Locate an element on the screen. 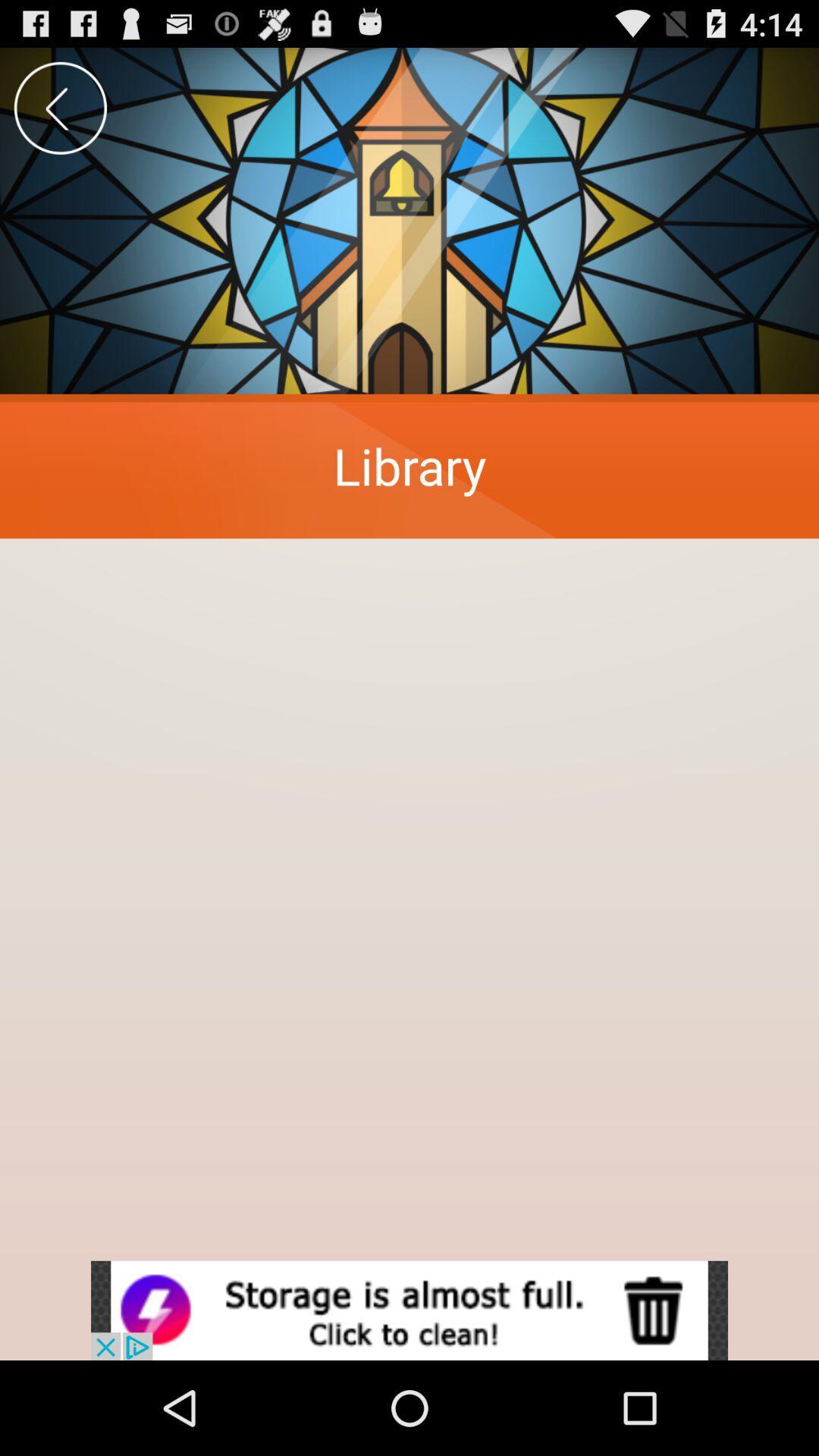 The width and height of the screenshot is (819, 1456). open advertisement is located at coordinates (409, 1310).